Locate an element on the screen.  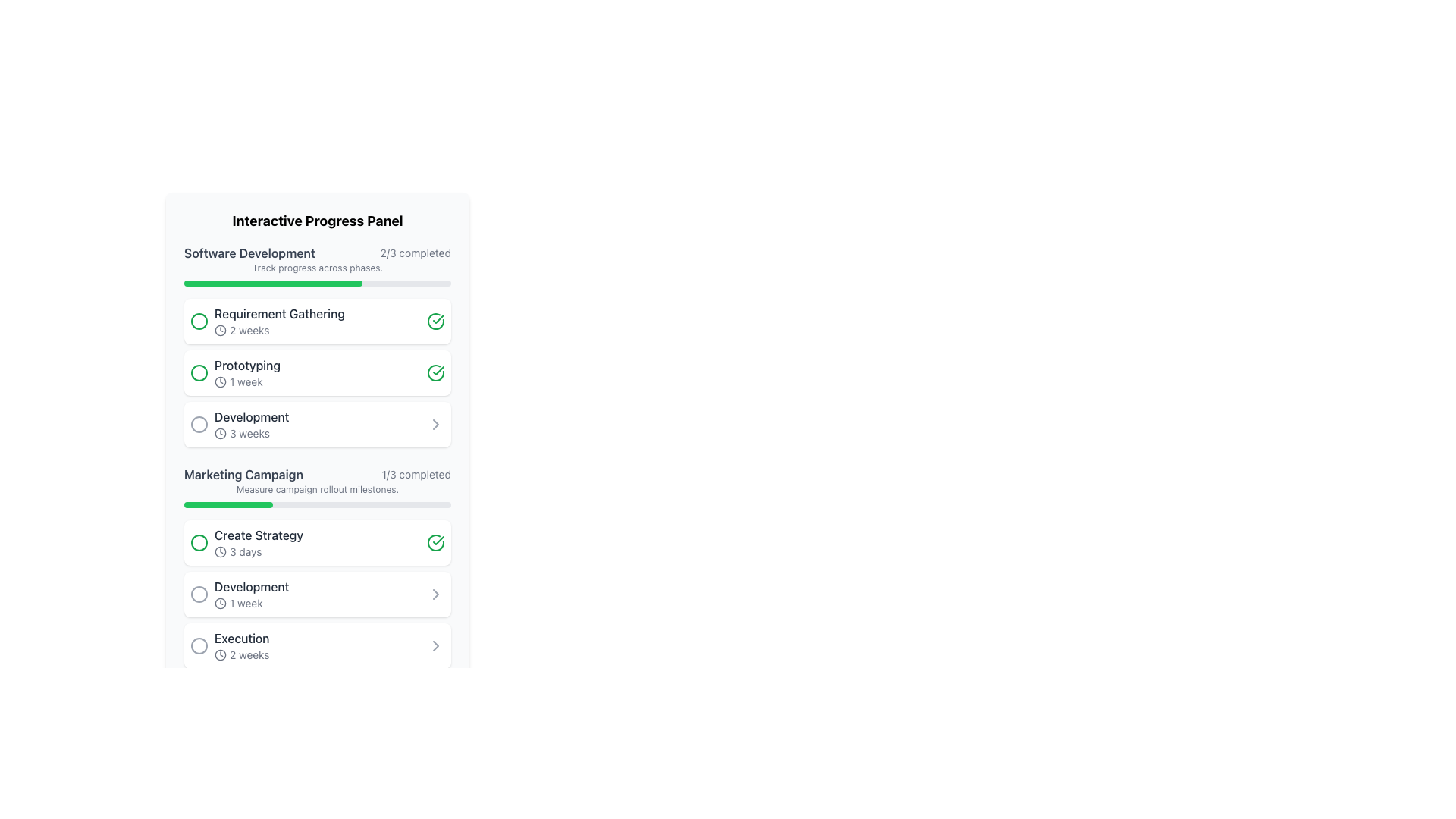
the text label for the 'Requirement Gathering' task located under the 'Software Development' section in the progress tracker panel, which is the first text entry above '2 weeks' and to the right of a circular indicator is located at coordinates (280, 312).